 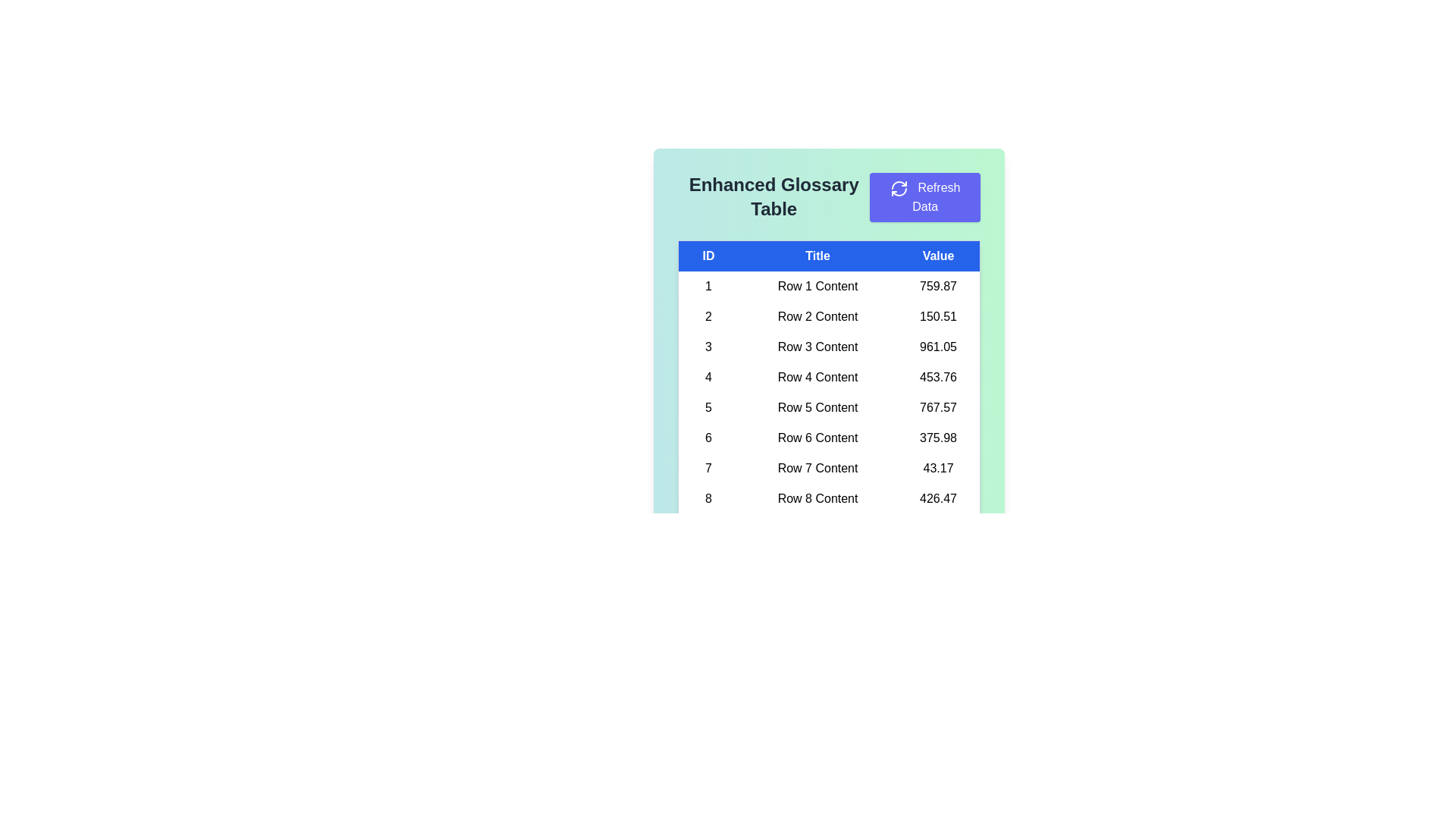 What do you see at coordinates (924, 196) in the screenshot?
I see `'Refresh Data' button to reload the table rows` at bounding box center [924, 196].